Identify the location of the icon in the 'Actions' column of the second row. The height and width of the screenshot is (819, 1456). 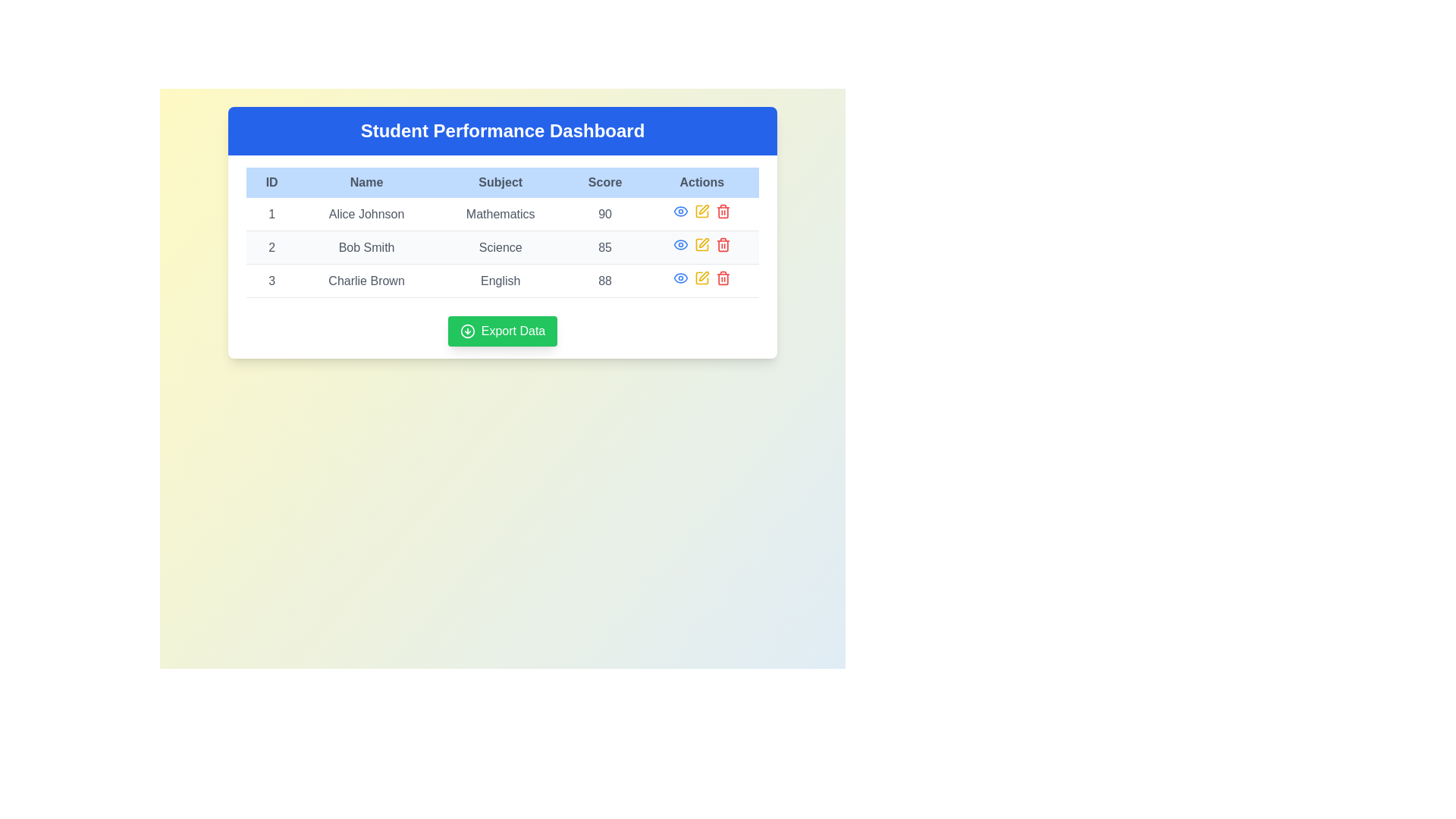
(679, 211).